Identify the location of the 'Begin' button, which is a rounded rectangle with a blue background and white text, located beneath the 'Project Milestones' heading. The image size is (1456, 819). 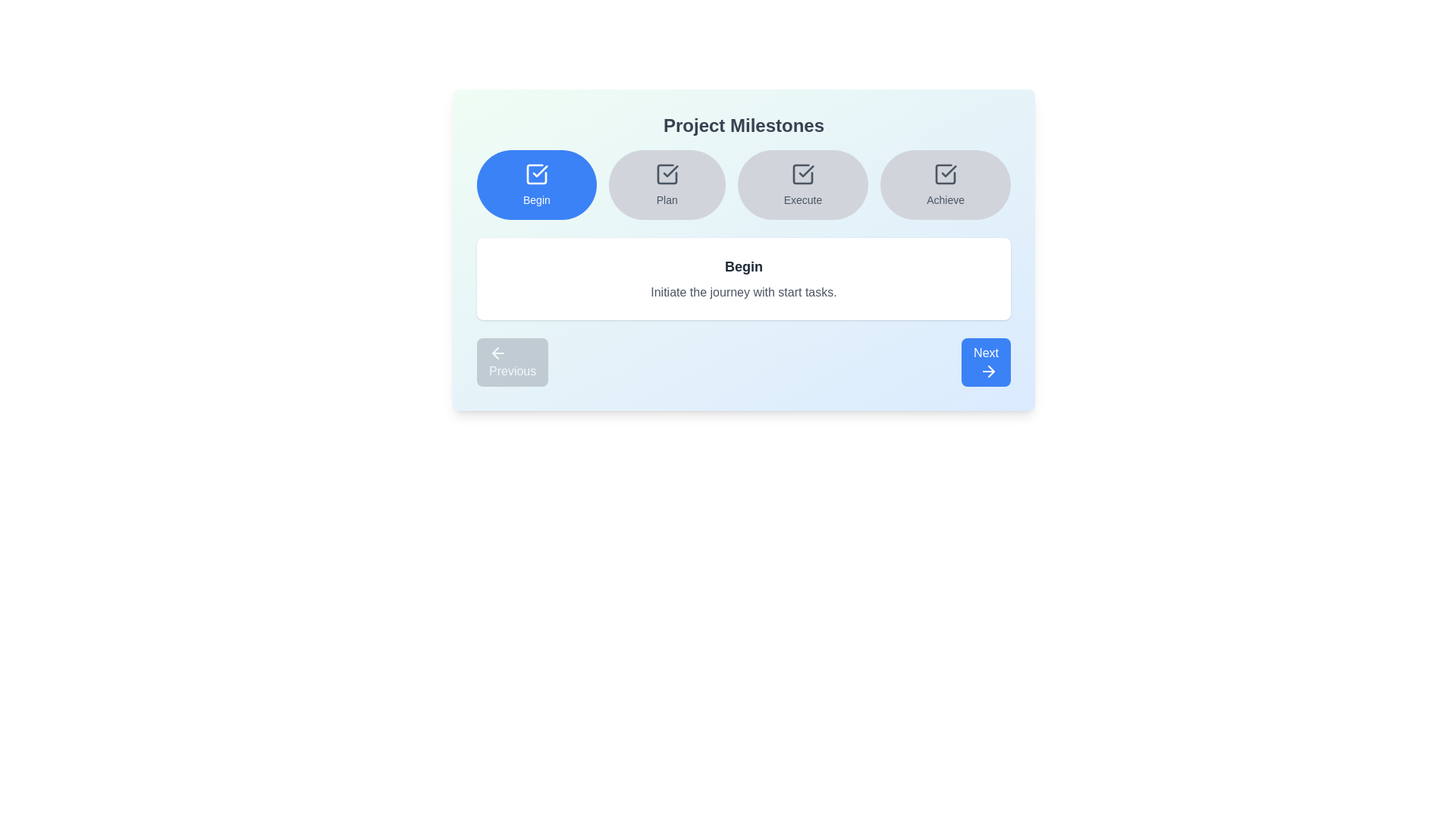
(536, 184).